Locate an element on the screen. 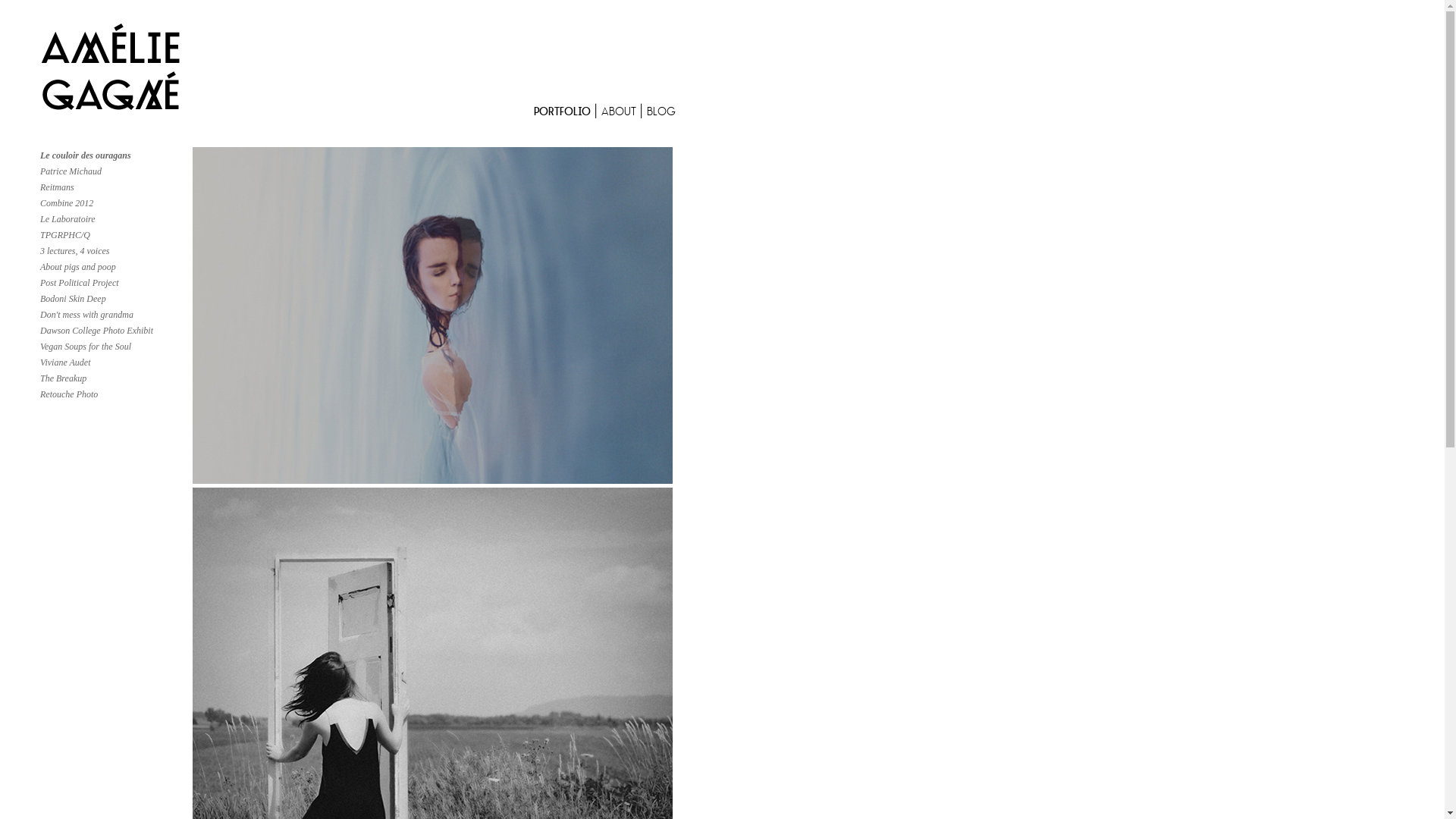 The height and width of the screenshot is (819, 1456). 'Viviane Audet' is located at coordinates (64, 362).